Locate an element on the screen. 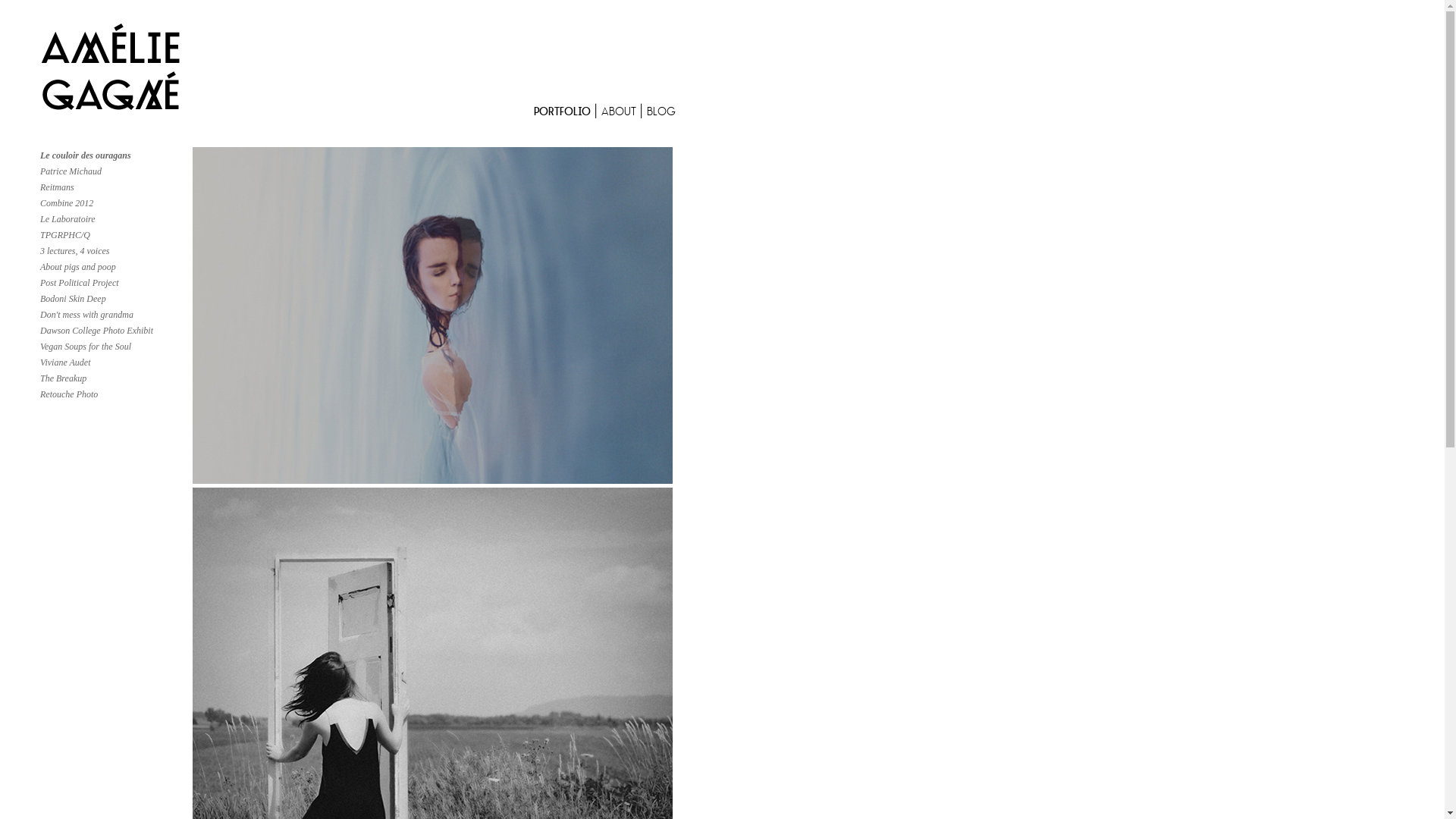 The height and width of the screenshot is (819, 1456). 'Viviane Audet' is located at coordinates (64, 362).